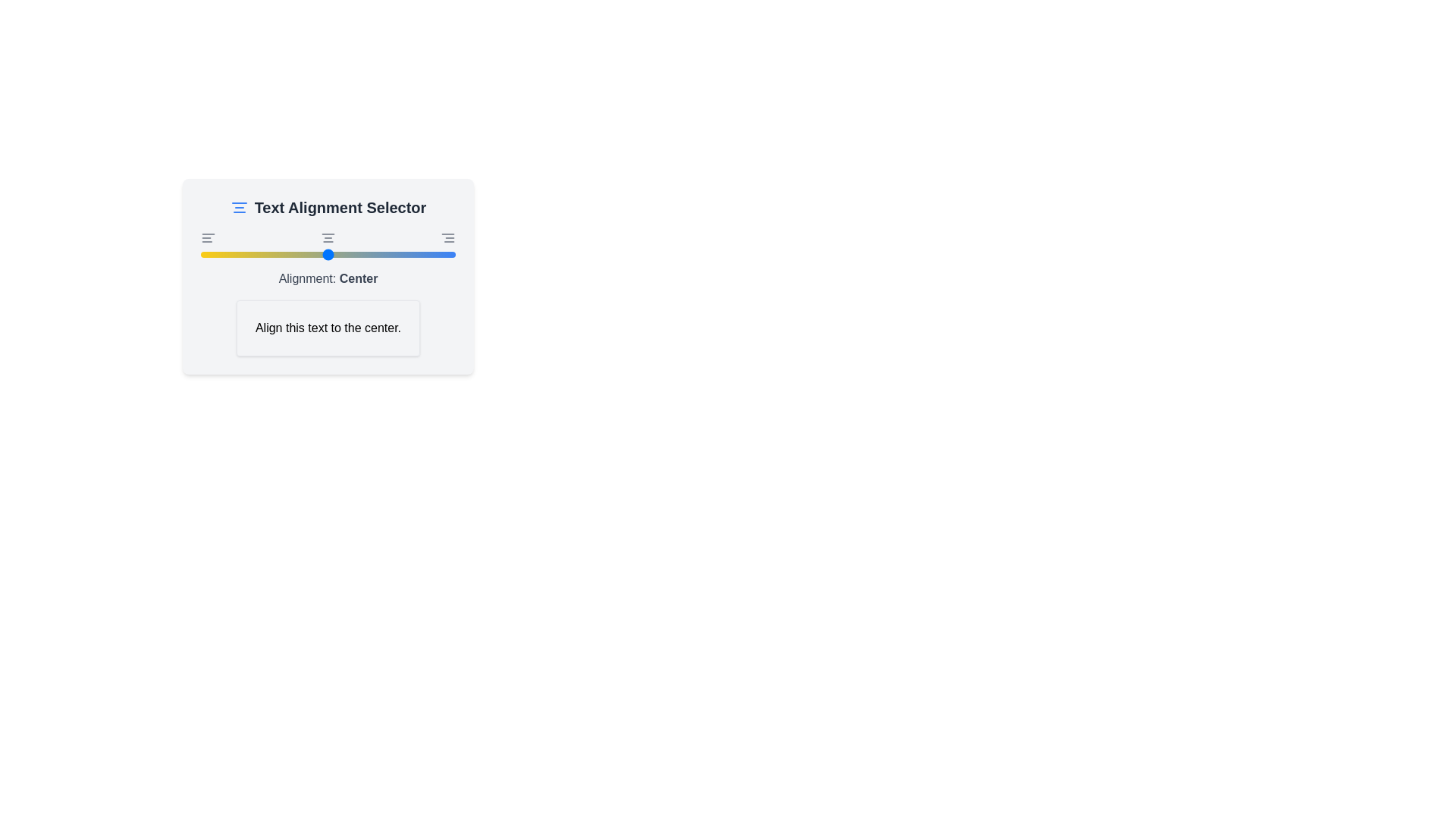  I want to click on the alignment to 0 by moving the slider, so click(199, 253).